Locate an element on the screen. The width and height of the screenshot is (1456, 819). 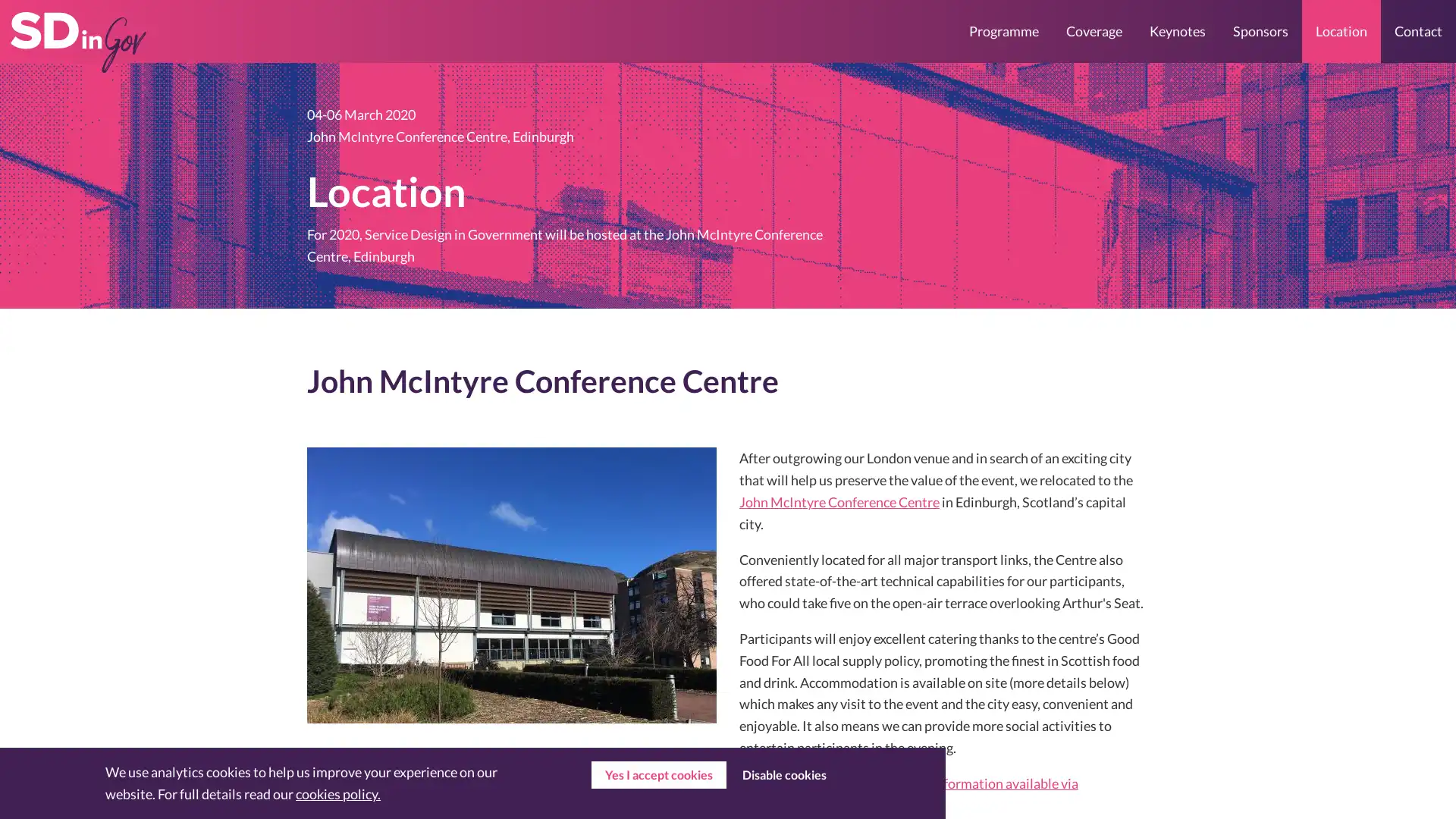
Disable cookies is located at coordinates (783, 775).